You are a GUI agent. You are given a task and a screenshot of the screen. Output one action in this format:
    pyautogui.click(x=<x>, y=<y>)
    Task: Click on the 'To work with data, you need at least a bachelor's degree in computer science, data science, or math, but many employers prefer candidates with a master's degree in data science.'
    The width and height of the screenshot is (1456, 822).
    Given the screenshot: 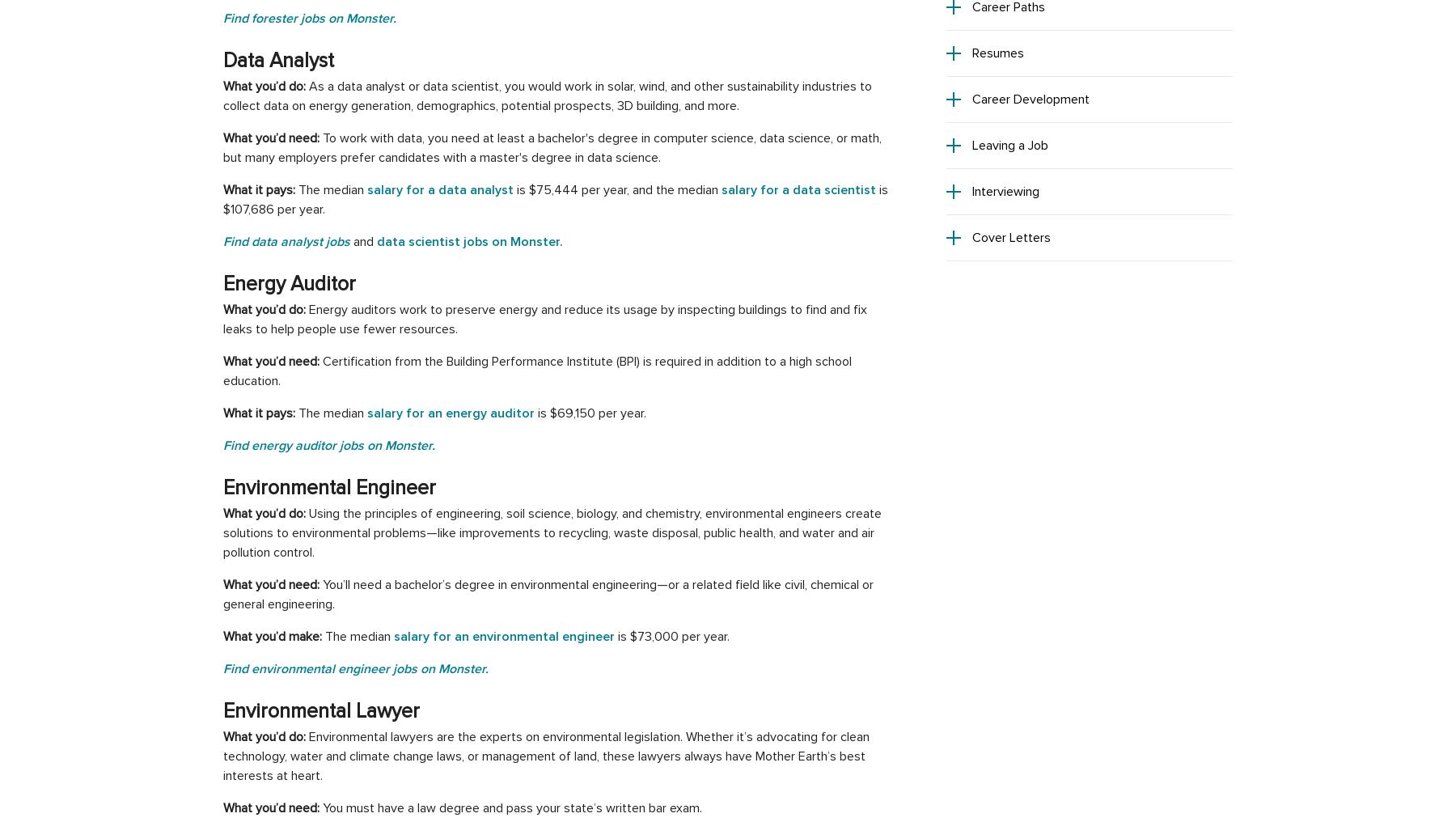 What is the action you would take?
    pyautogui.click(x=551, y=146)
    